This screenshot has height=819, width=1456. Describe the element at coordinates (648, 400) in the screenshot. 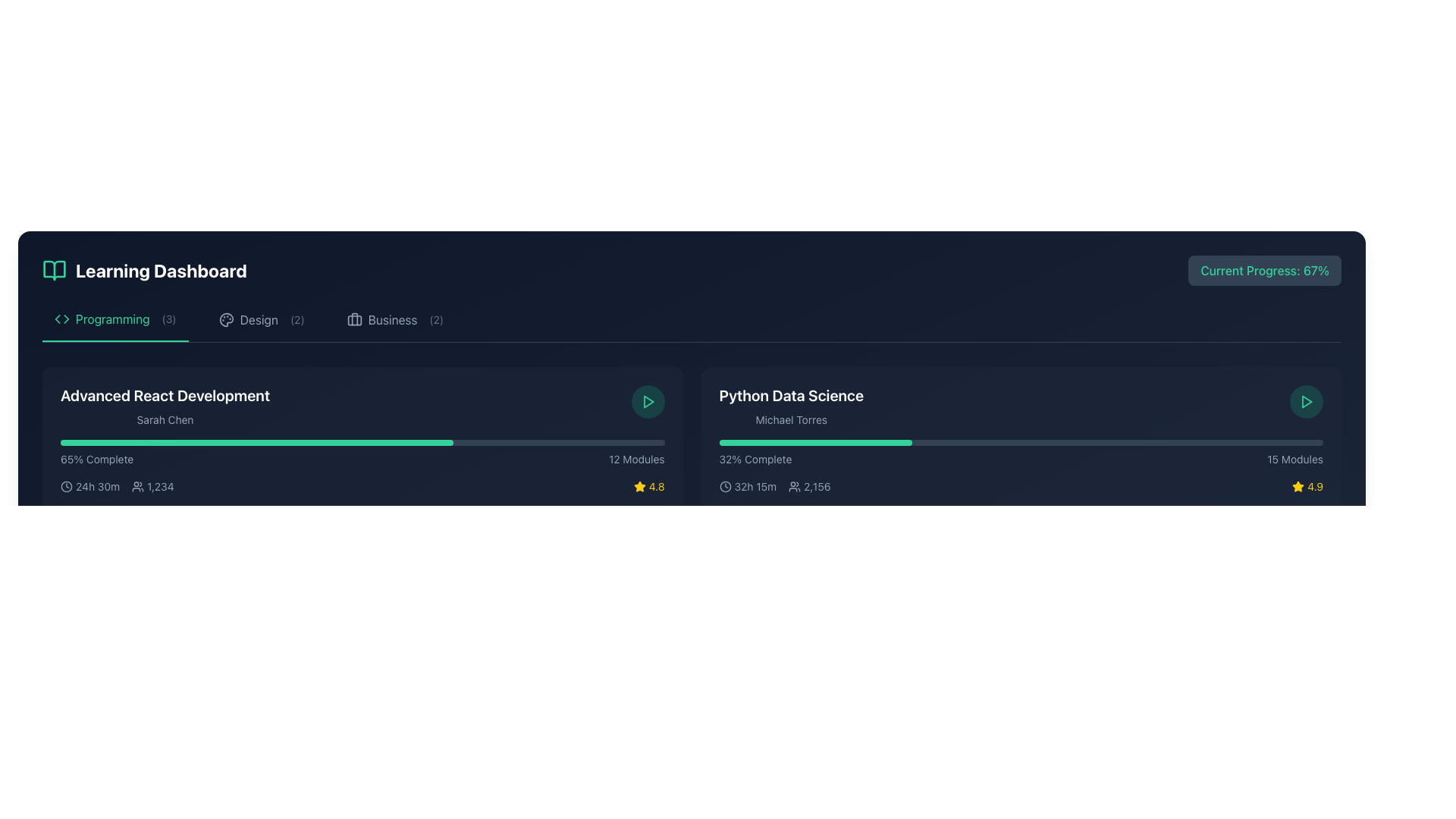

I see `the play button located in the middle-right corner of the 'Python Data Science' card section` at that location.